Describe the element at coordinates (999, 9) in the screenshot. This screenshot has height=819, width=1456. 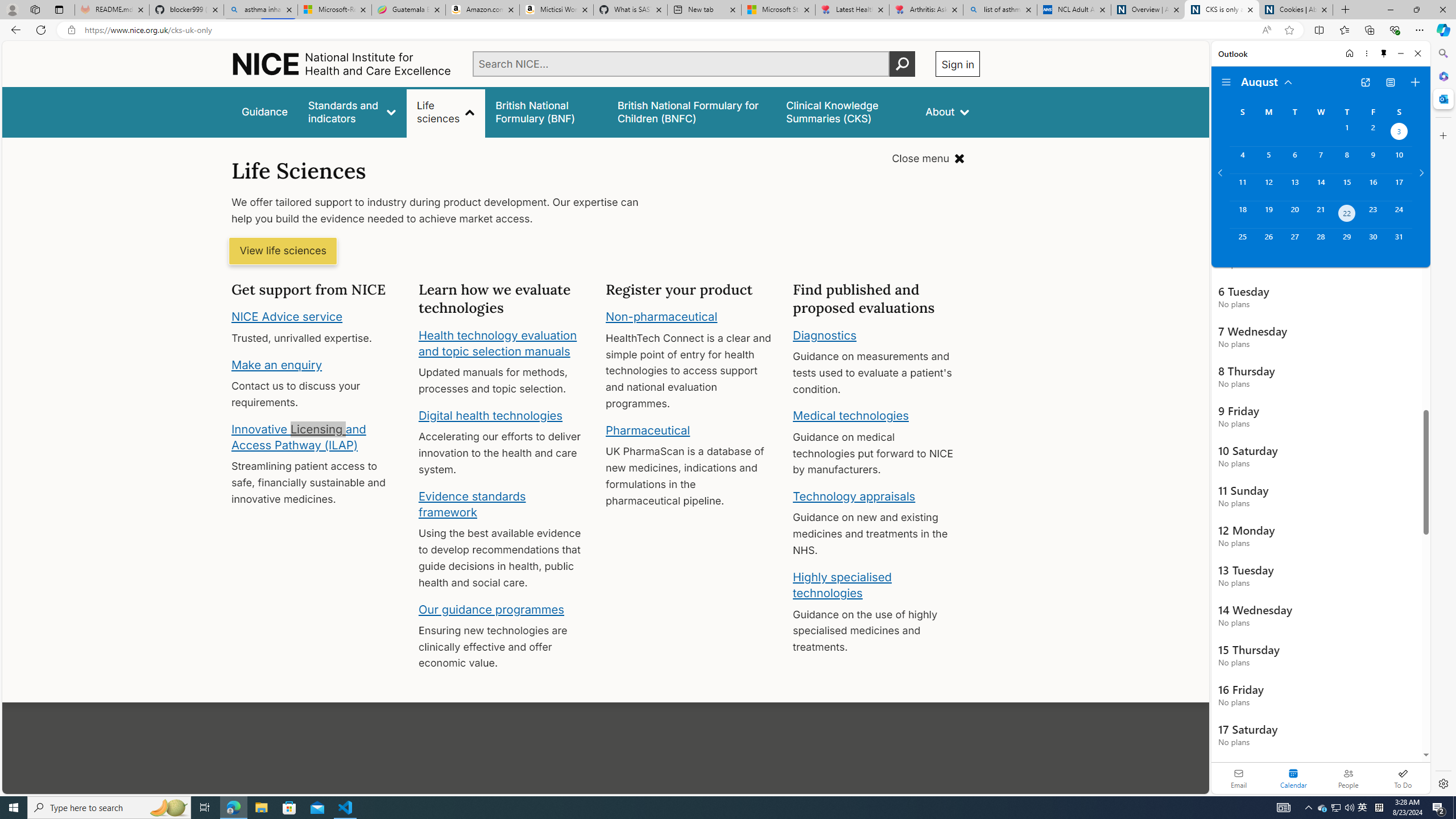
I see `'list of asthma inhalers uk - Search'` at that location.